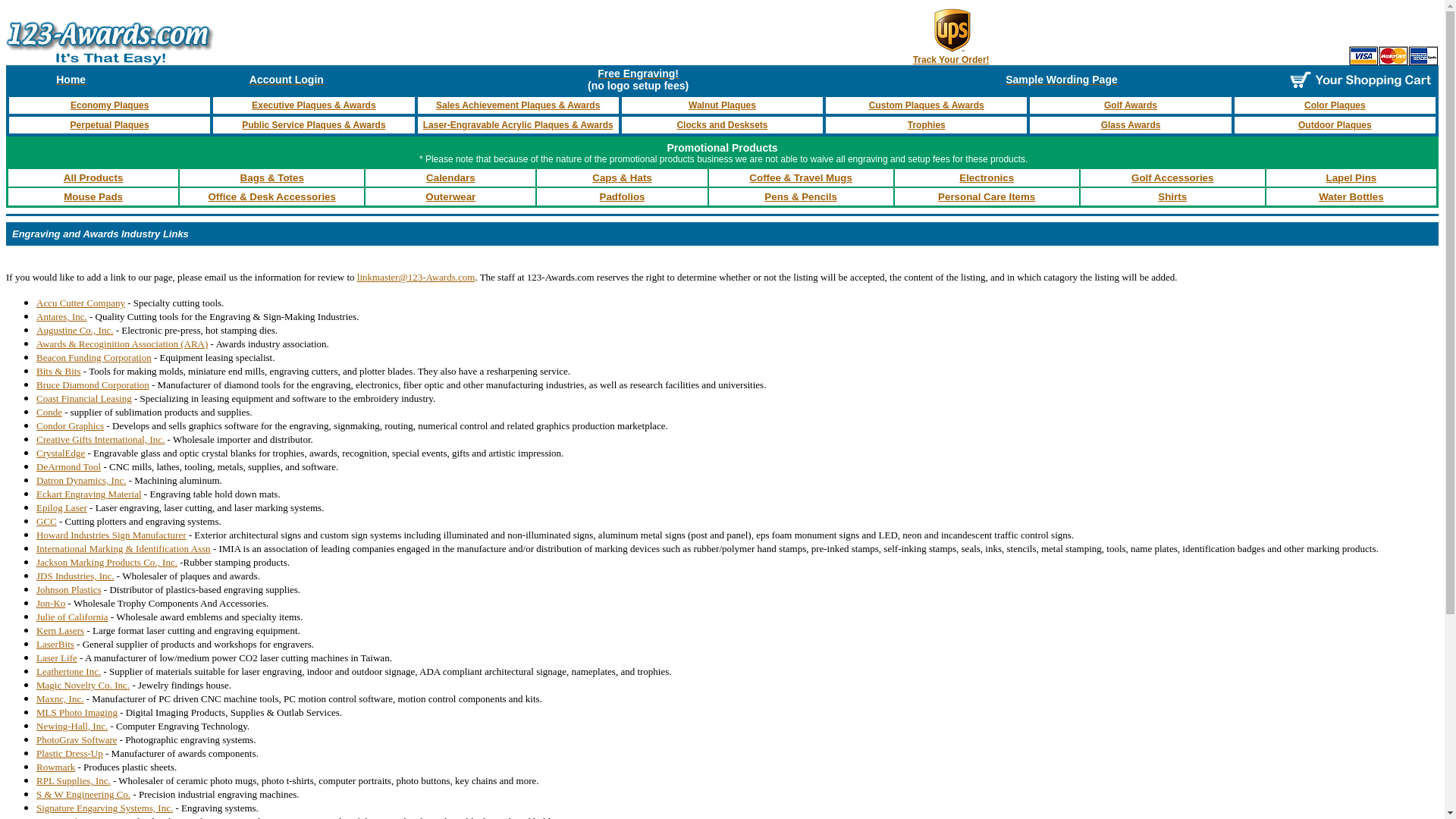 The width and height of the screenshot is (1456, 819). Describe the element at coordinates (55, 644) in the screenshot. I see `'LaserBits'` at that location.